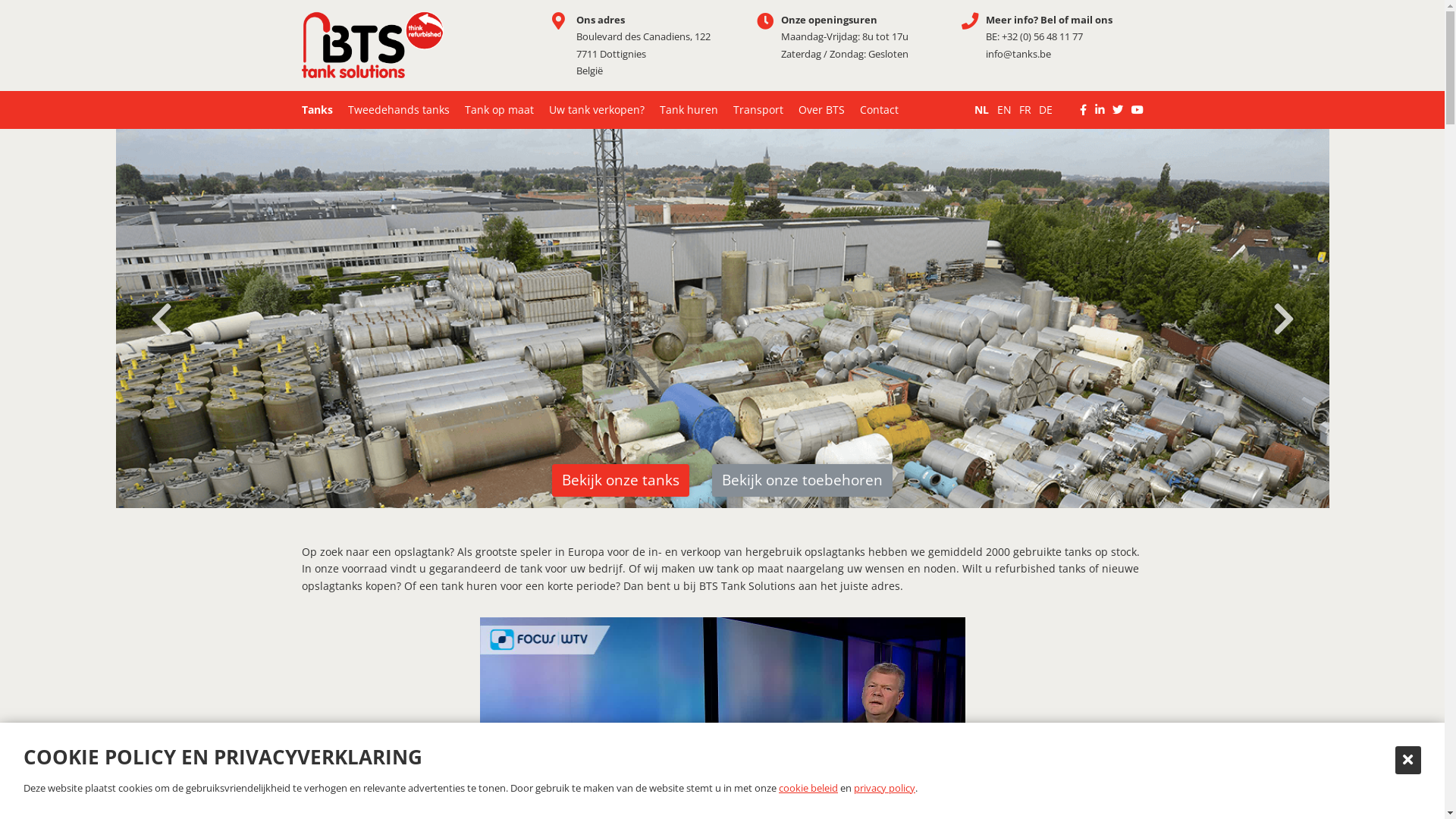 Image resolution: width=1456 pixels, height=819 pixels. Describe the element at coordinates (397, 109) in the screenshot. I see `'Tweedehands tanks'` at that location.